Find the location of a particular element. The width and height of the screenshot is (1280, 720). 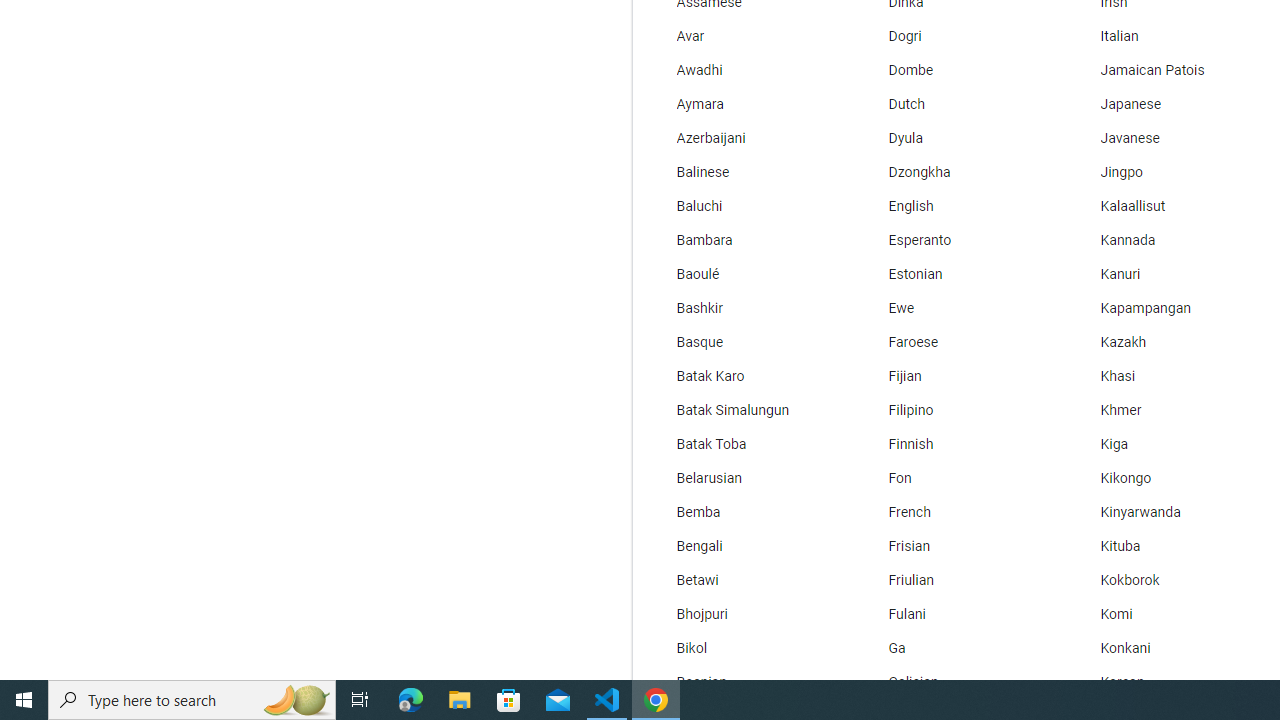

'Bemba' is located at coordinates (744, 512).